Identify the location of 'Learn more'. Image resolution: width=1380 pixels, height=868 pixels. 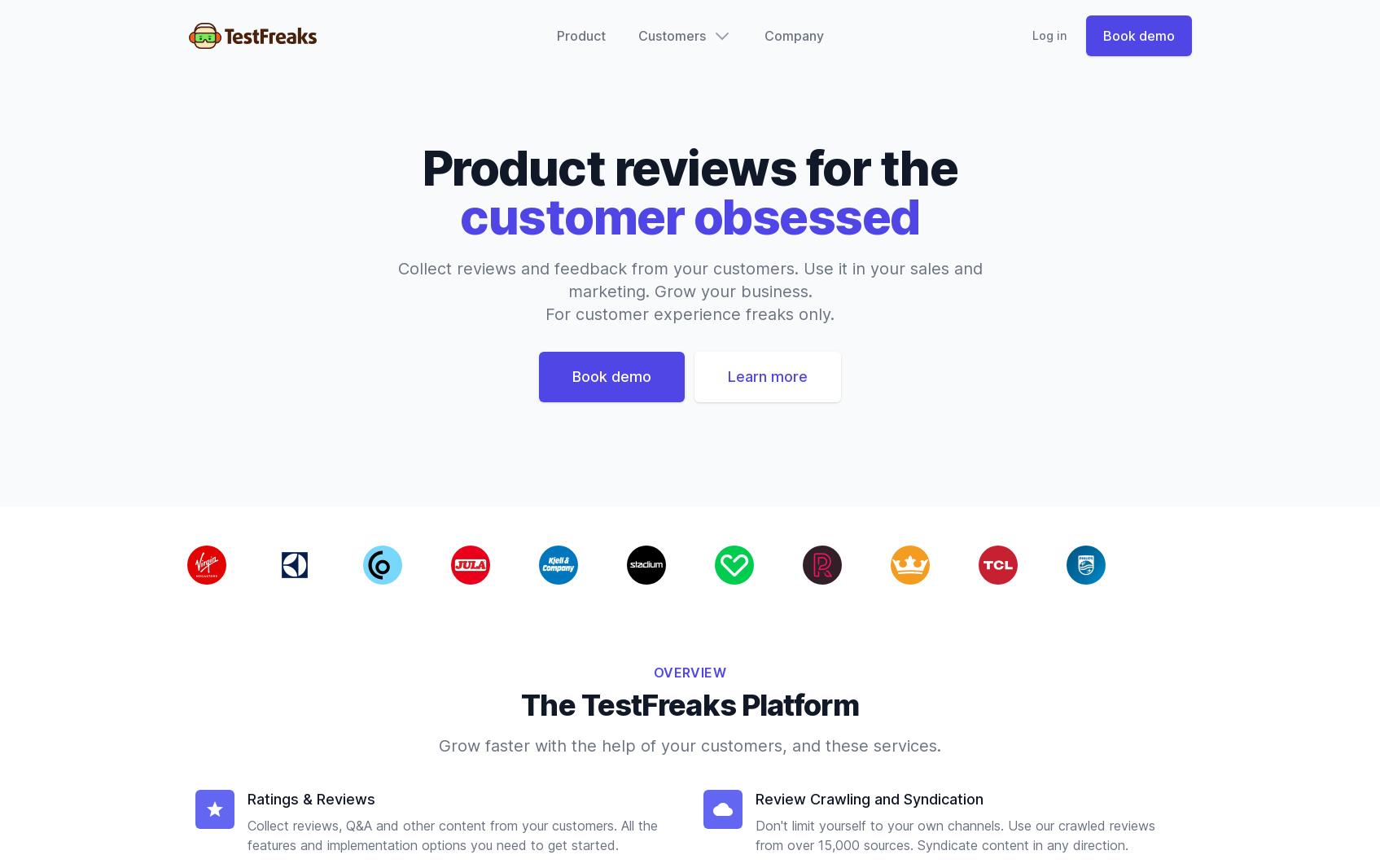
(726, 376).